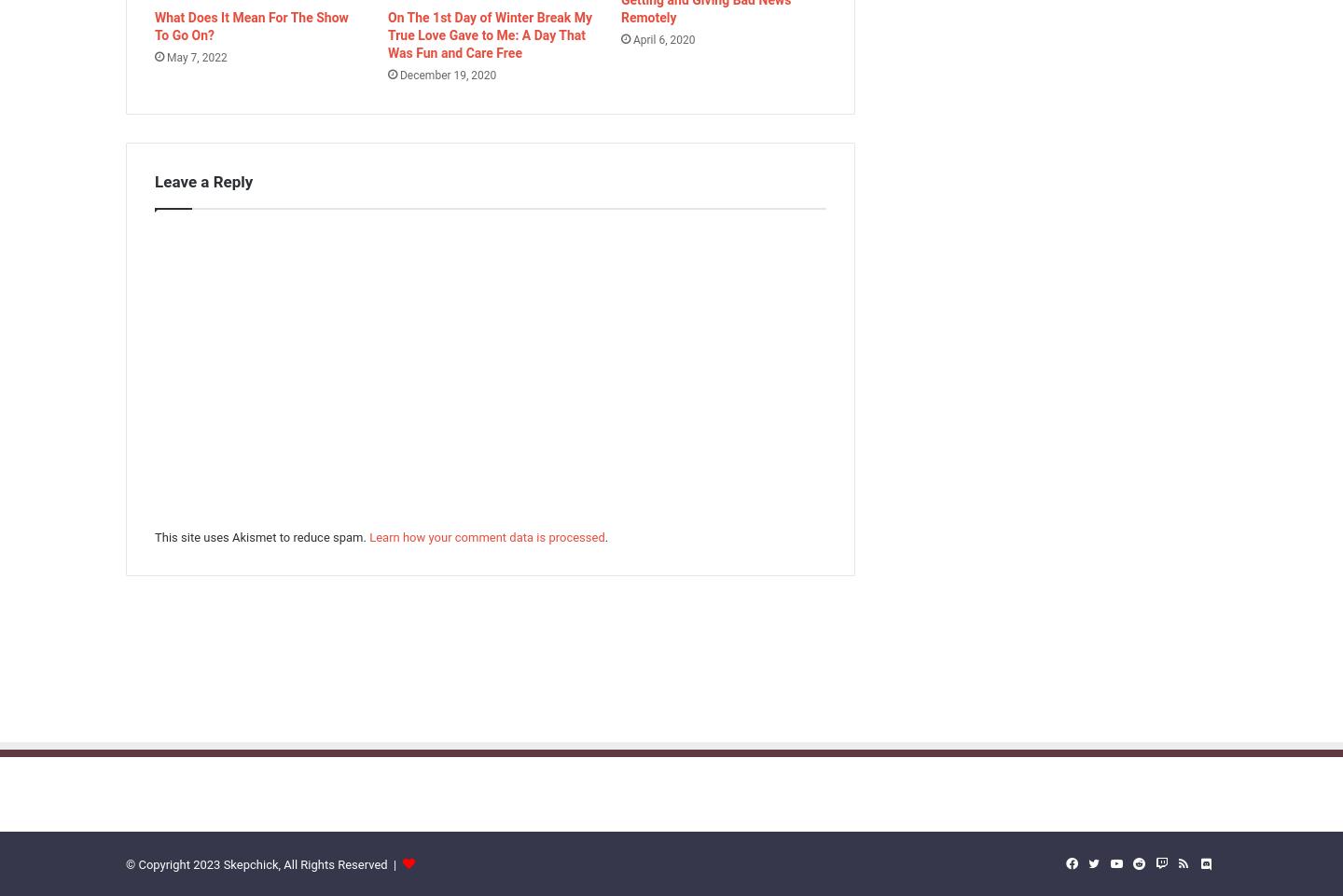 This screenshot has width=1343, height=896. I want to click on 'April 6, 2020', so click(663, 38).